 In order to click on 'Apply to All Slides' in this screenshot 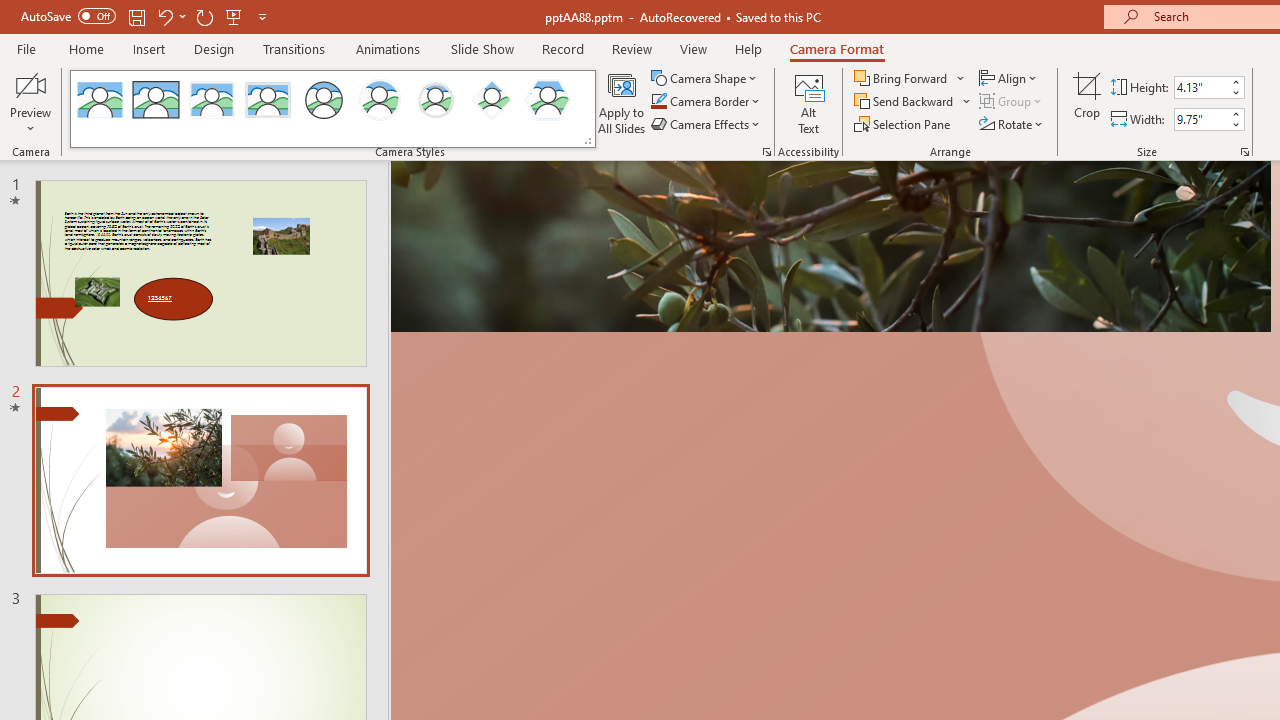, I will do `click(621, 103)`.